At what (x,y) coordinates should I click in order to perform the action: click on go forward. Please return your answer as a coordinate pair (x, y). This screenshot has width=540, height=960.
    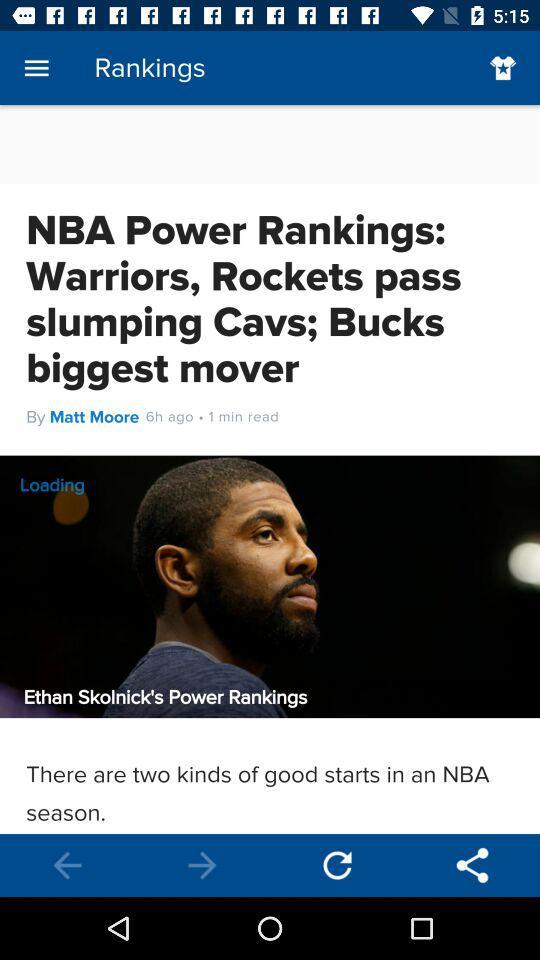
    Looking at the image, I should click on (202, 864).